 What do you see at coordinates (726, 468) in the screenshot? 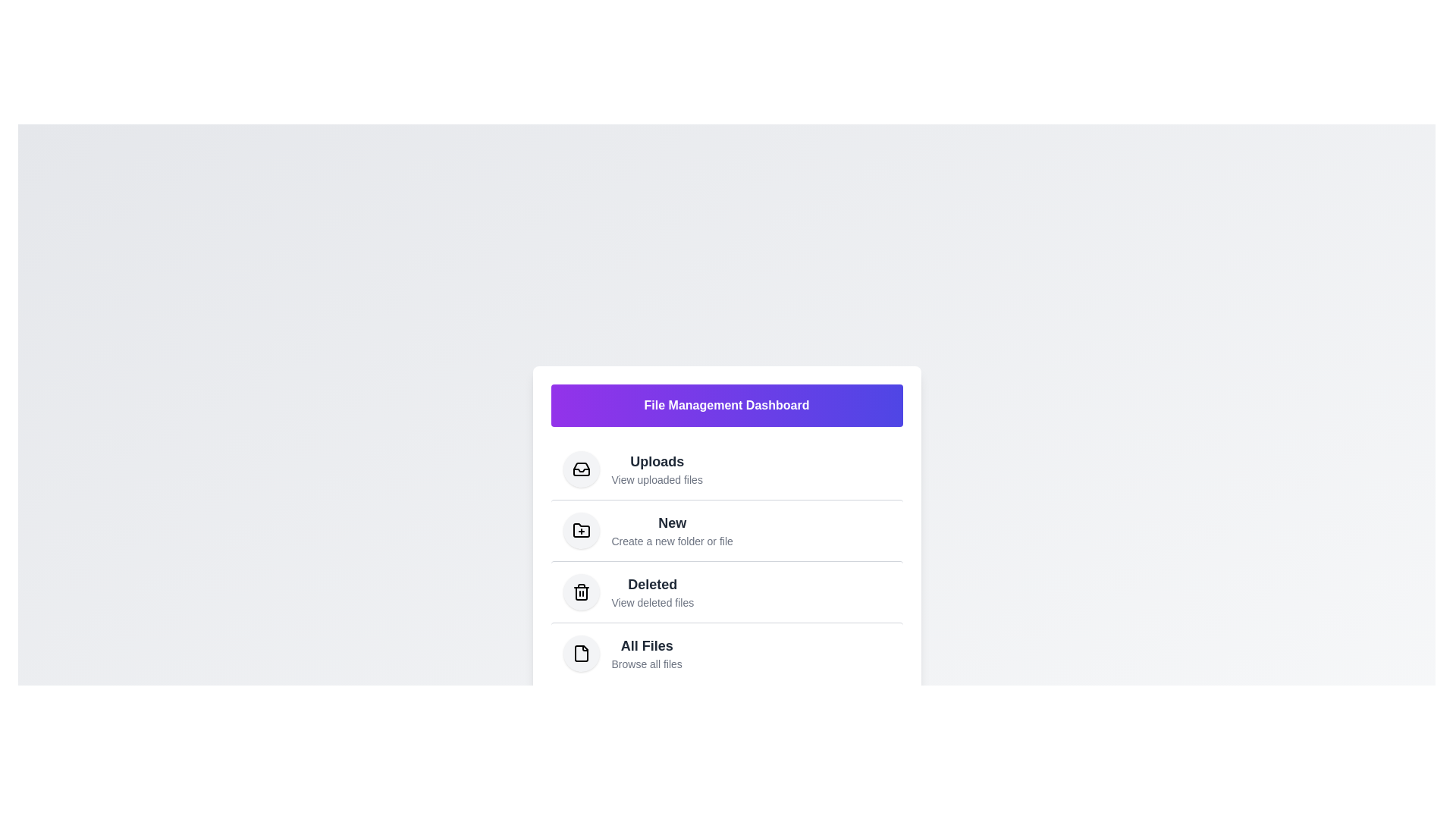
I see `the menu item 'Uploads' to trigger its visual feedback` at bounding box center [726, 468].